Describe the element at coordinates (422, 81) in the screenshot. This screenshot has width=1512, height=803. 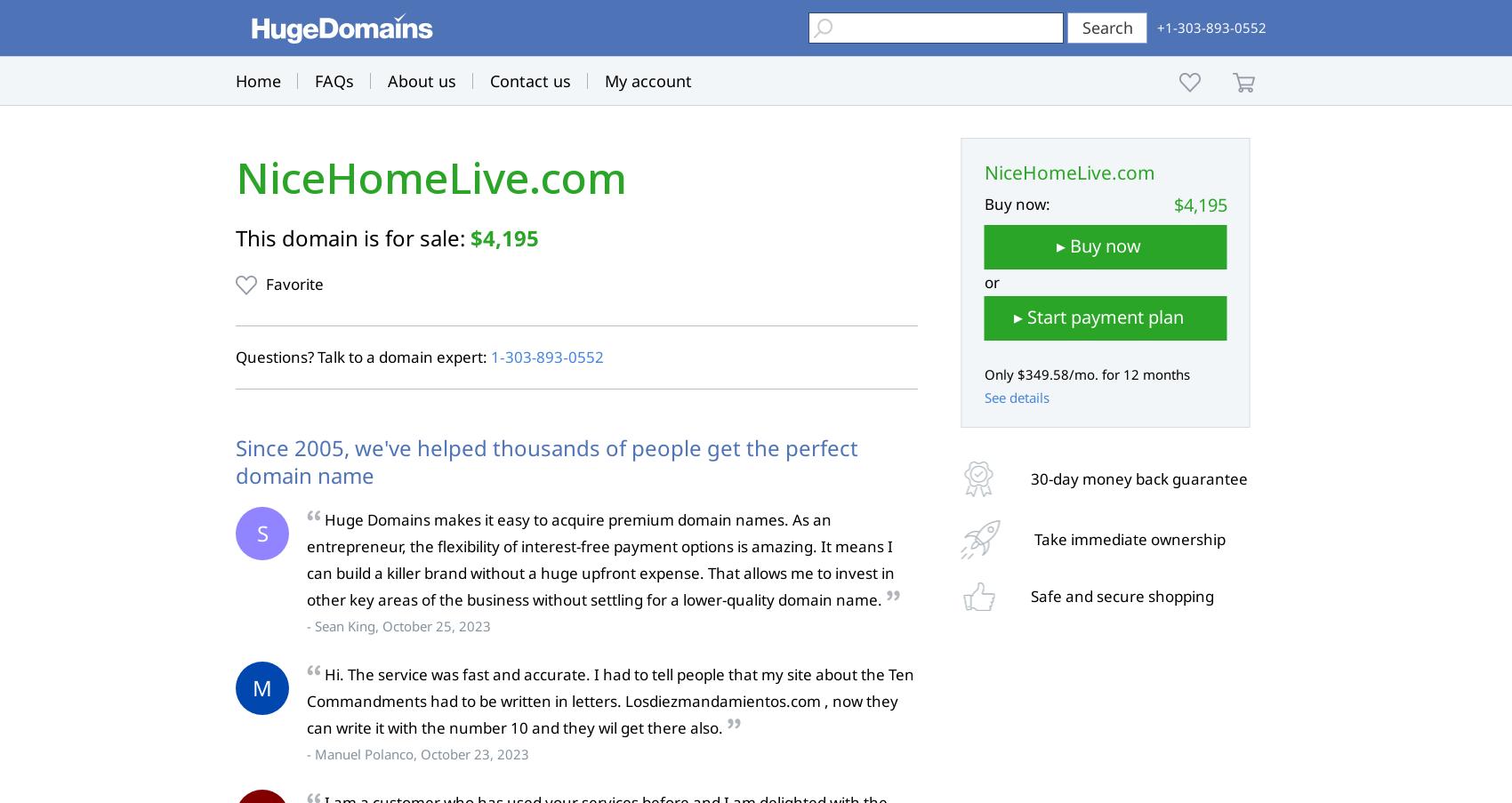
I see `'About us'` at that location.